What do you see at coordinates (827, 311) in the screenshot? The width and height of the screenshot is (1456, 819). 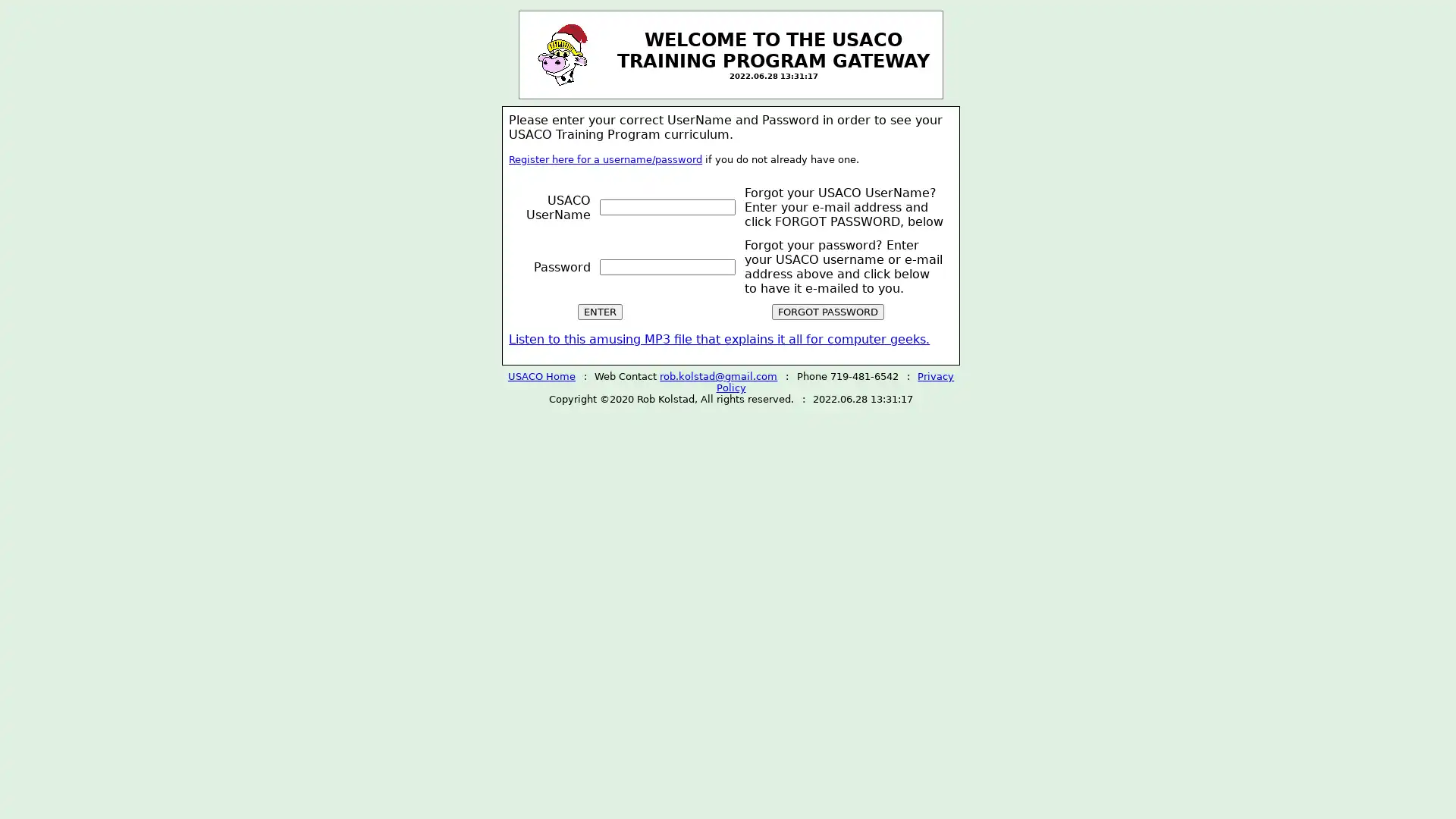 I see `FORGOT PASSWORD` at bounding box center [827, 311].